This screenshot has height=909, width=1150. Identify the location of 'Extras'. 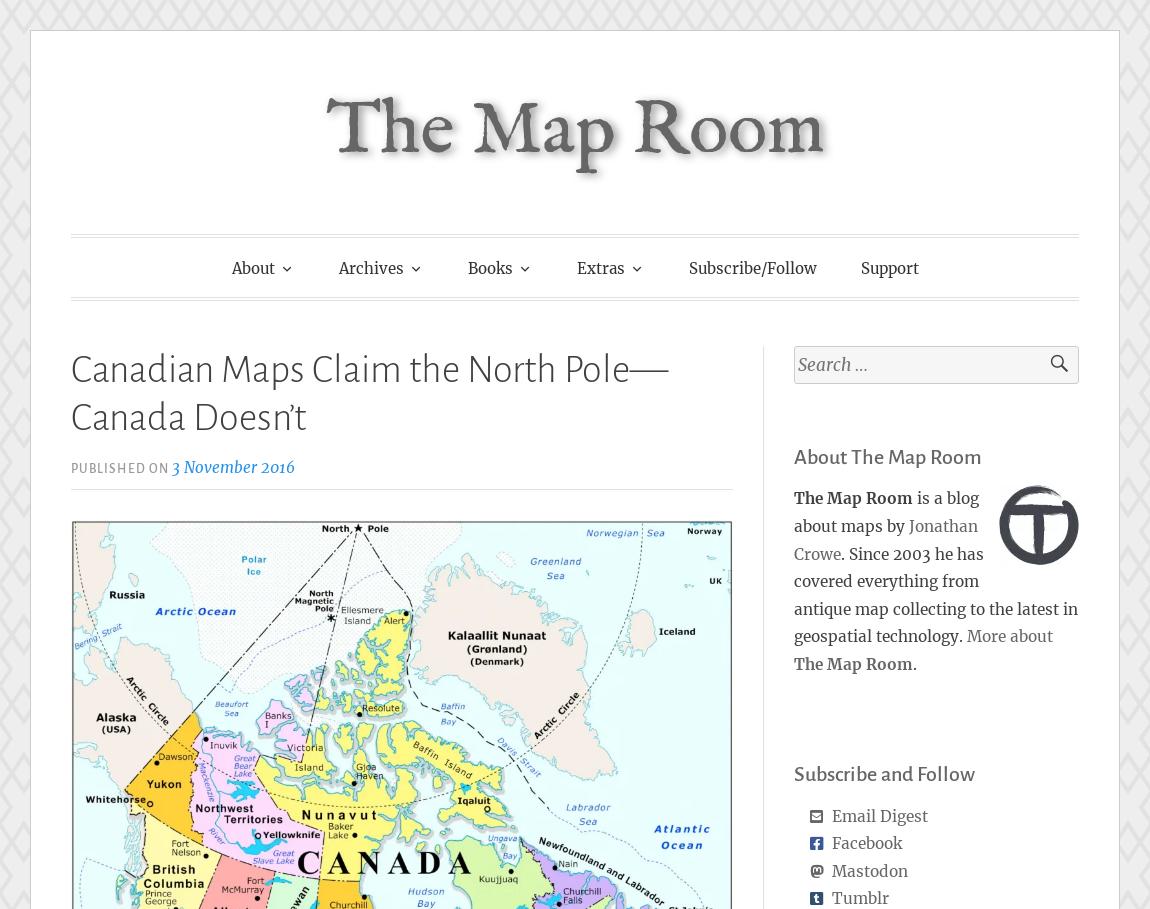
(598, 267).